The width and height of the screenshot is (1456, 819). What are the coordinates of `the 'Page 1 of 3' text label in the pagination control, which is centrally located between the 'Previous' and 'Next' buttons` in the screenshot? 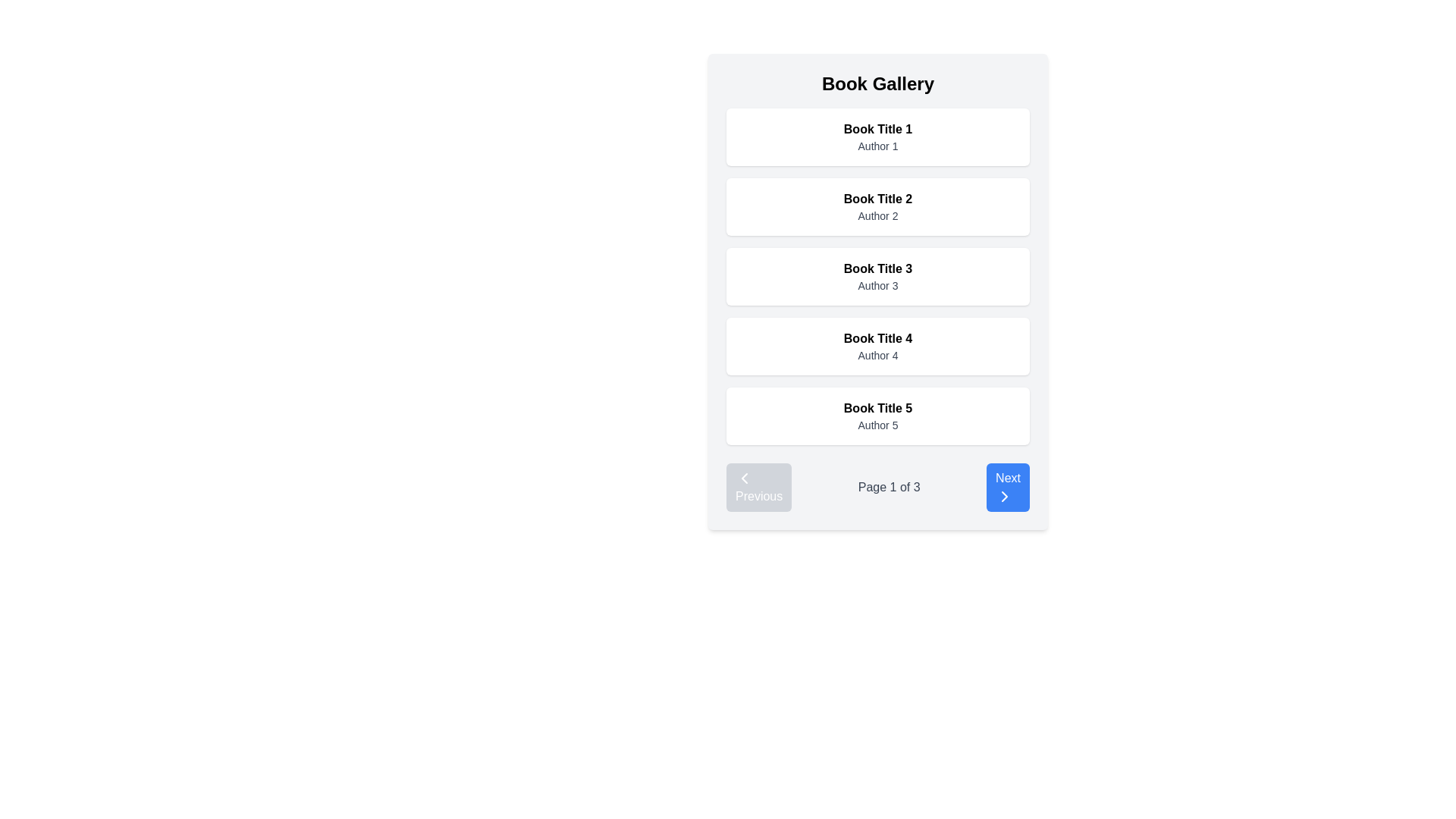 It's located at (889, 488).